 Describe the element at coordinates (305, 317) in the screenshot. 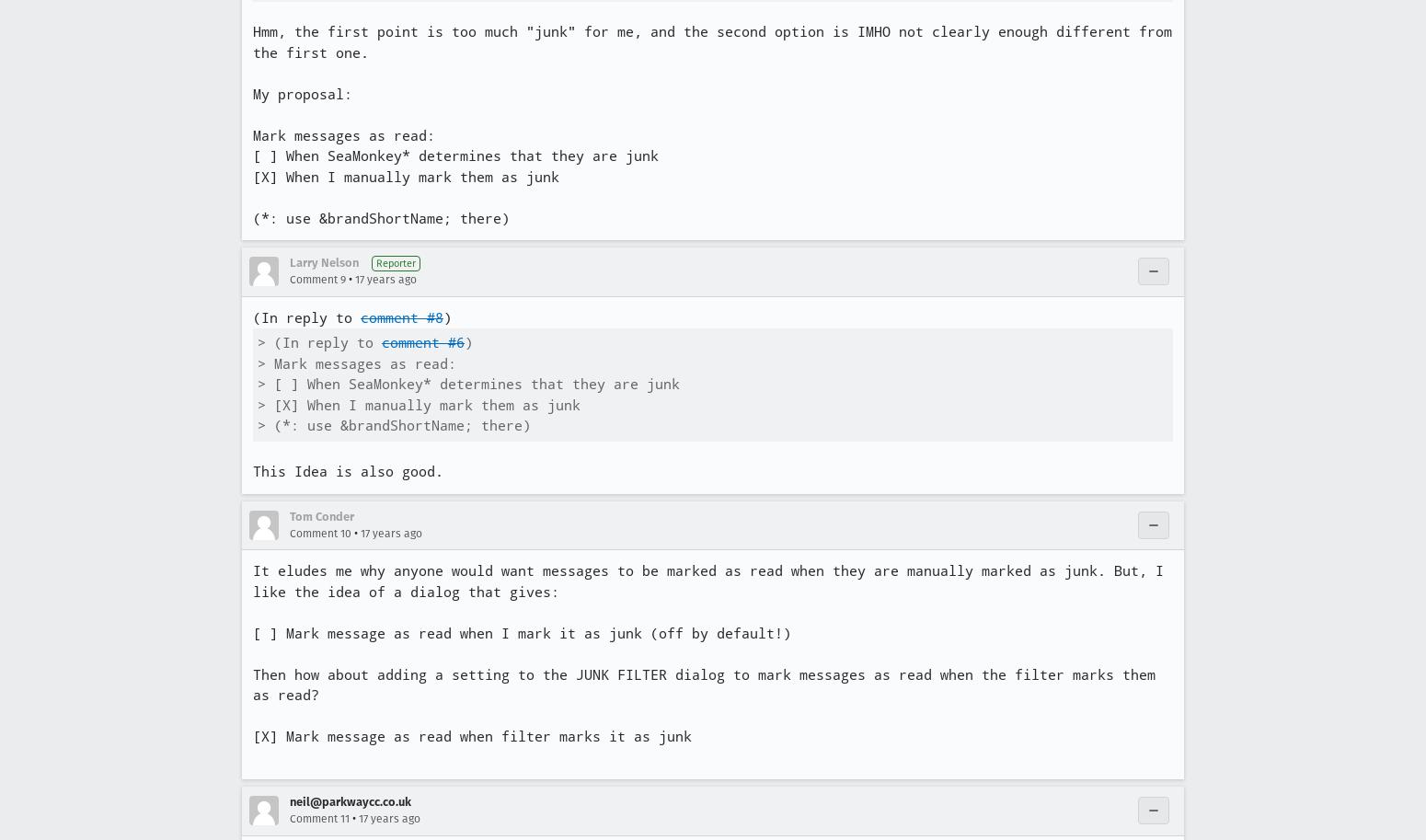

I see `'(In reply to'` at that location.